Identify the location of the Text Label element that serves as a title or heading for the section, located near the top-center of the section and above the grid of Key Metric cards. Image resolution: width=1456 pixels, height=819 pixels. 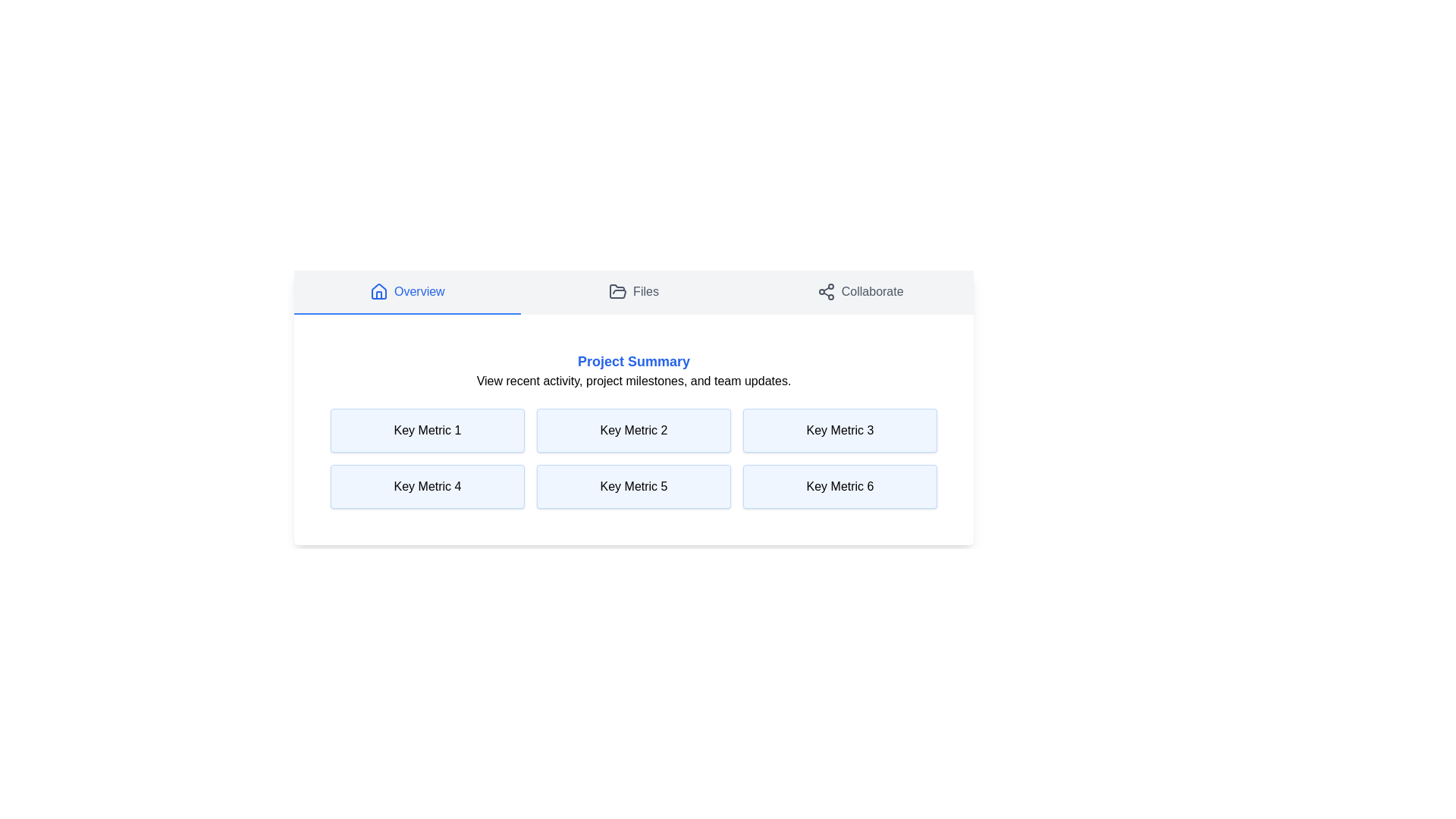
(633, 362).